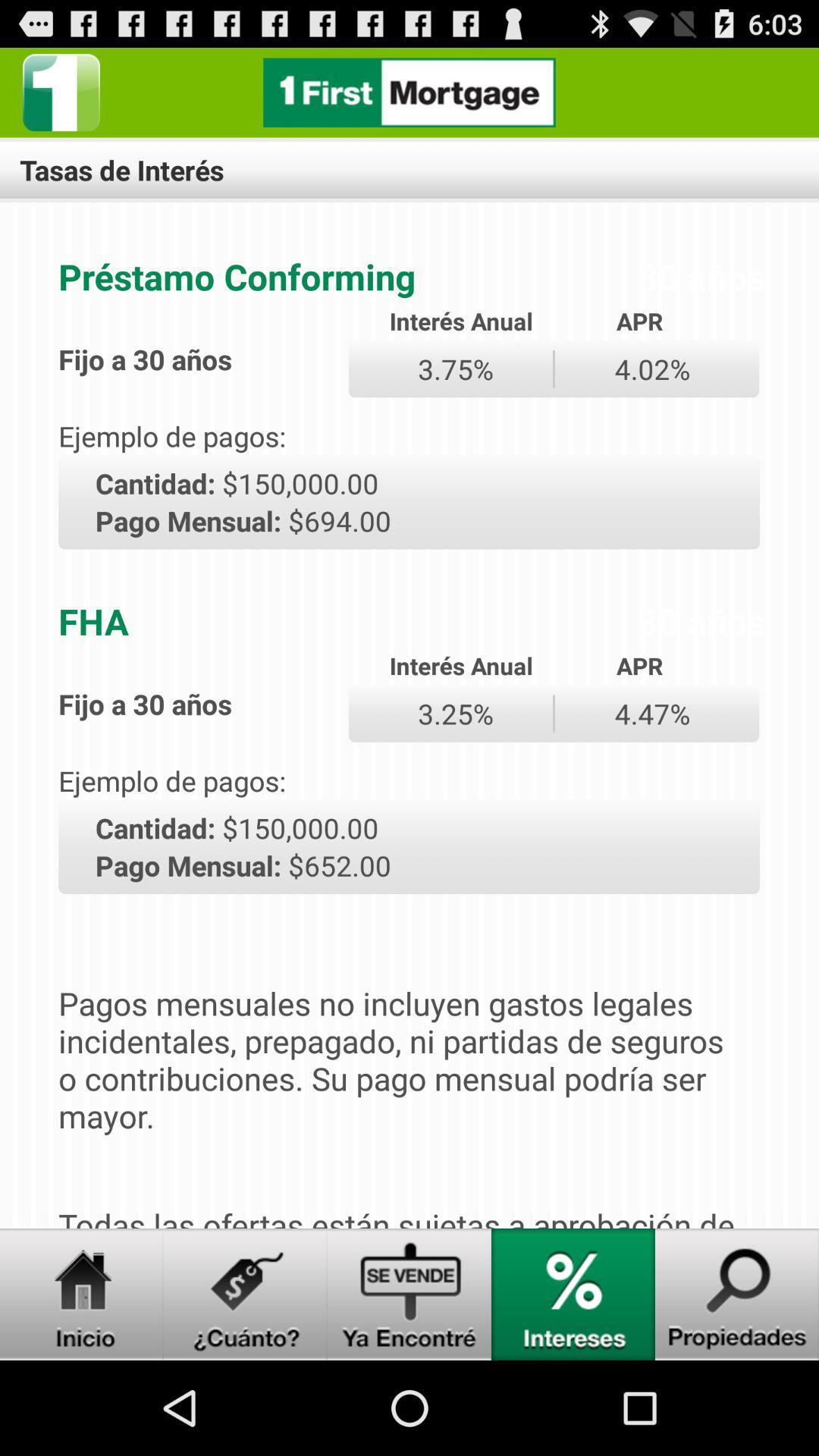 This screenshot has width=819, height=1456. I want to click on open options, so click(61, 92).